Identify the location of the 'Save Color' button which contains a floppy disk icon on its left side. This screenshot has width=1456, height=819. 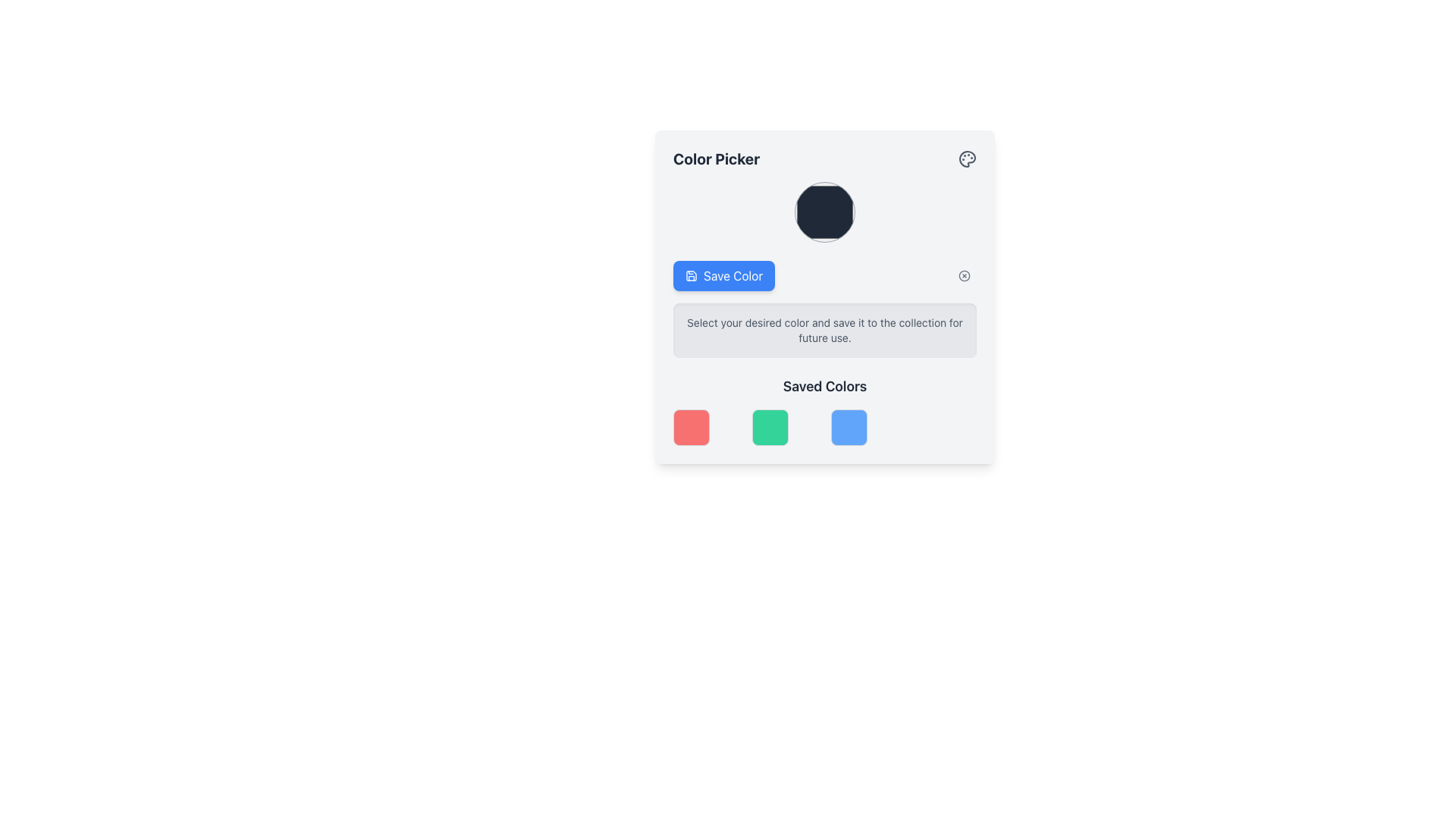
(691, 275).